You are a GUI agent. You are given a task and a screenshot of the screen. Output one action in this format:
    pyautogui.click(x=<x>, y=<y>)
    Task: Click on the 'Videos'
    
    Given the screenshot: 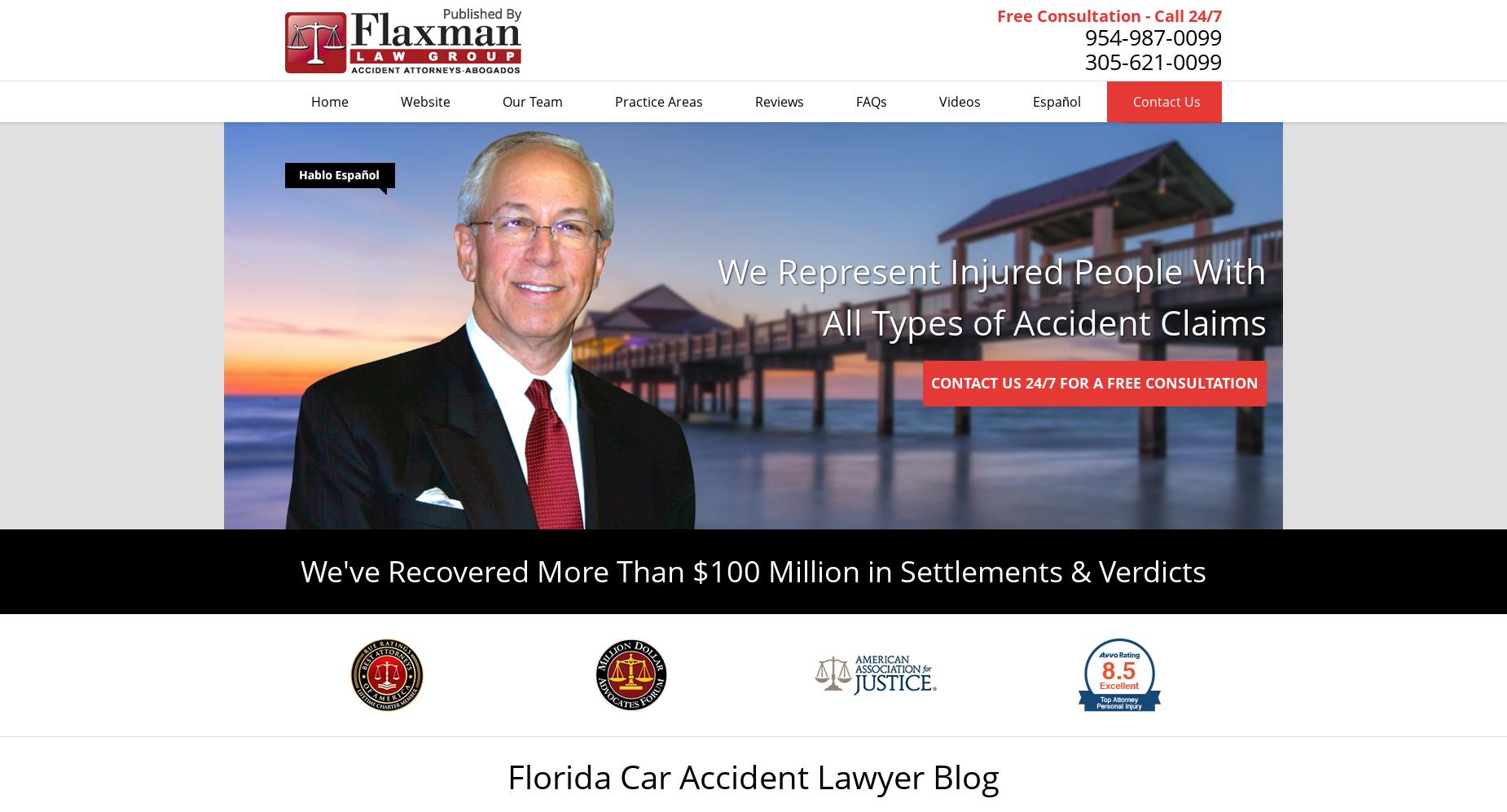 What is the action you would take?
    pyautogui.click(x=959, y=102)
    